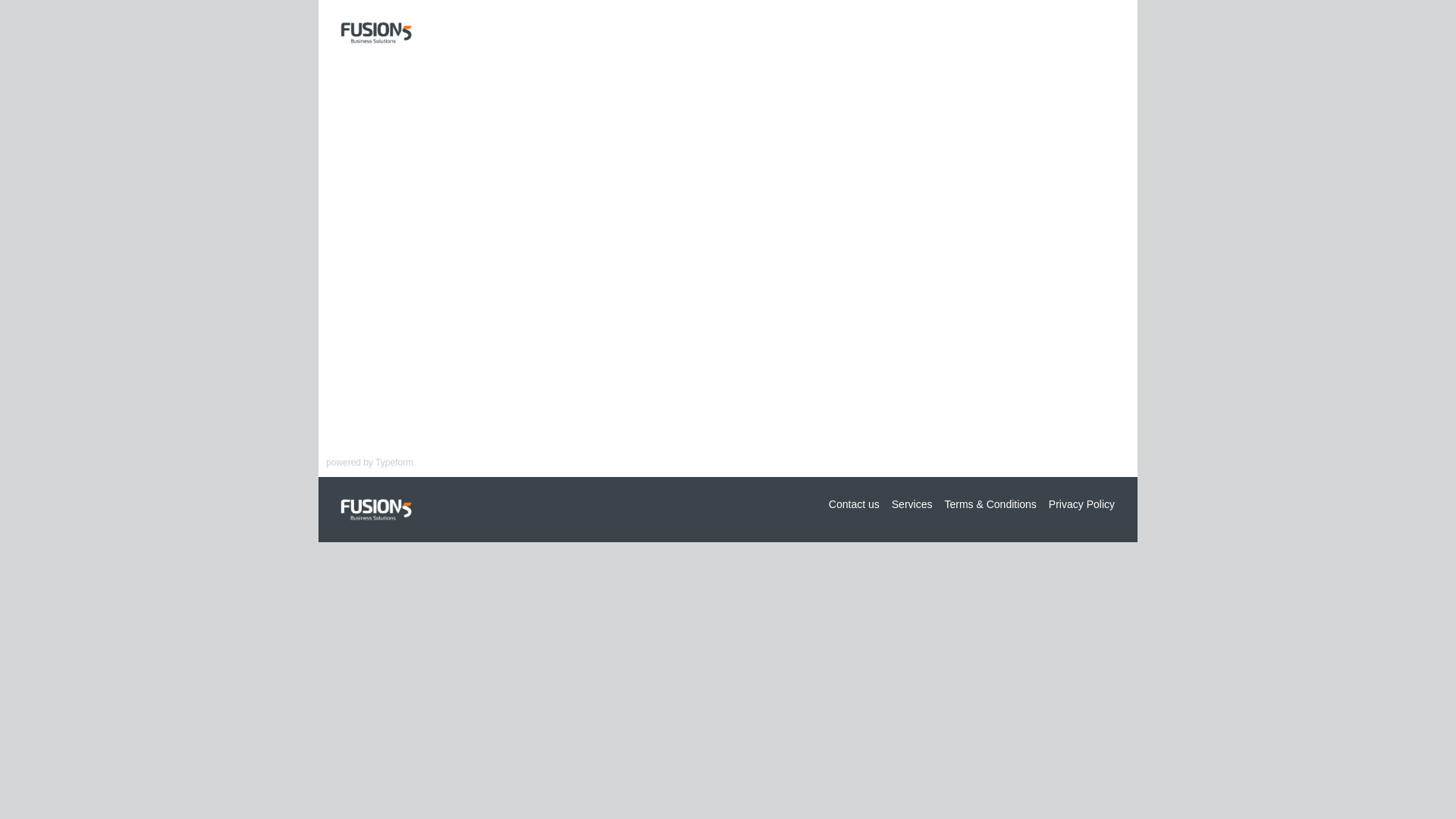 The width and height of the screenshot is (1456, 819). I want to click on 'Typeform', so click(394, 461).